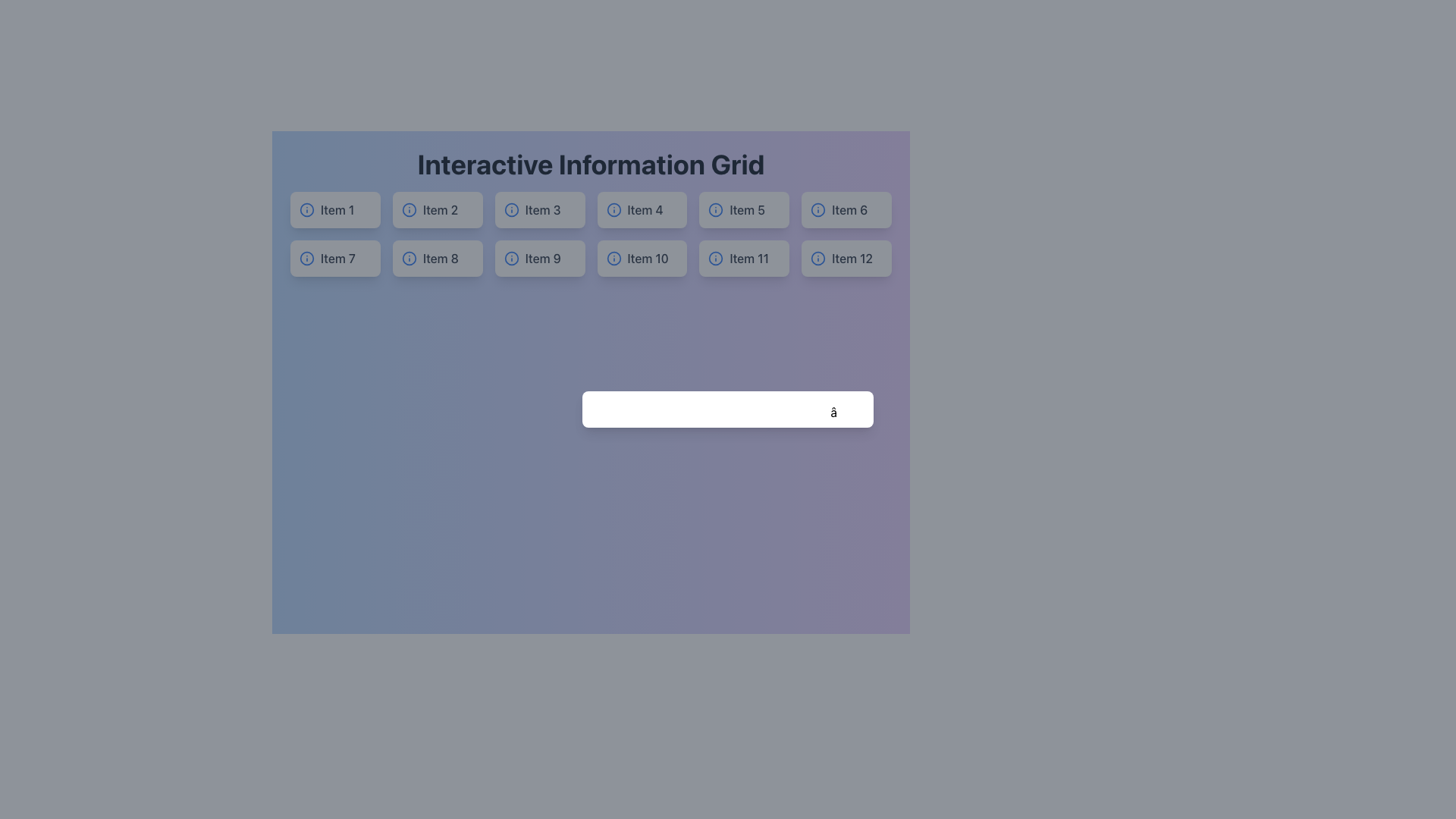 The height and width of the screenshot is (819, 1456). I want to click on the button labeled 'Item 9' which is styled with a white background and a blue information icon, located in the second row, third column of the grid layout, so click(540, 257).